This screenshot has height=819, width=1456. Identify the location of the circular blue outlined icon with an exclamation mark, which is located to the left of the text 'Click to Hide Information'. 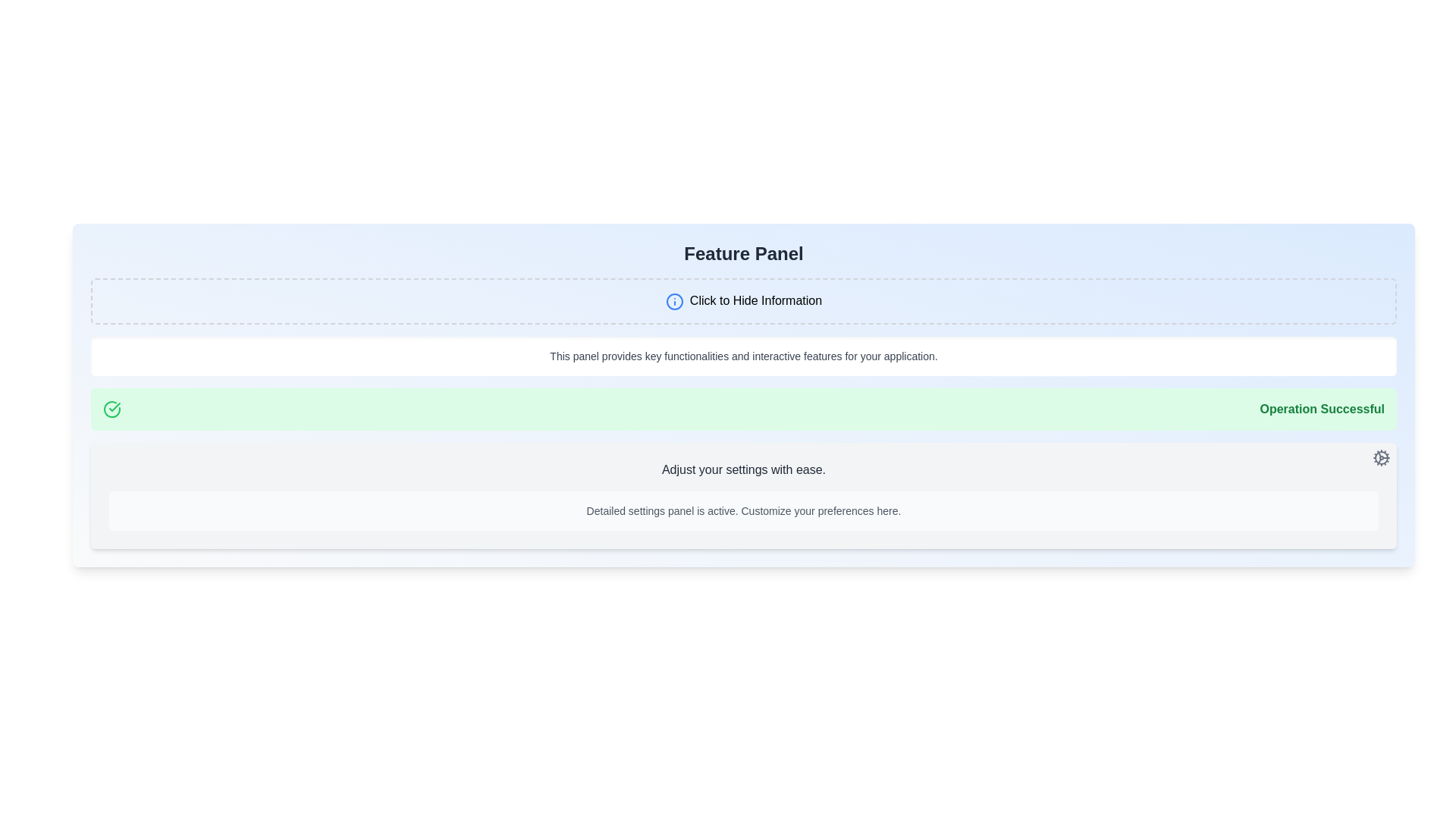
(673, 301).